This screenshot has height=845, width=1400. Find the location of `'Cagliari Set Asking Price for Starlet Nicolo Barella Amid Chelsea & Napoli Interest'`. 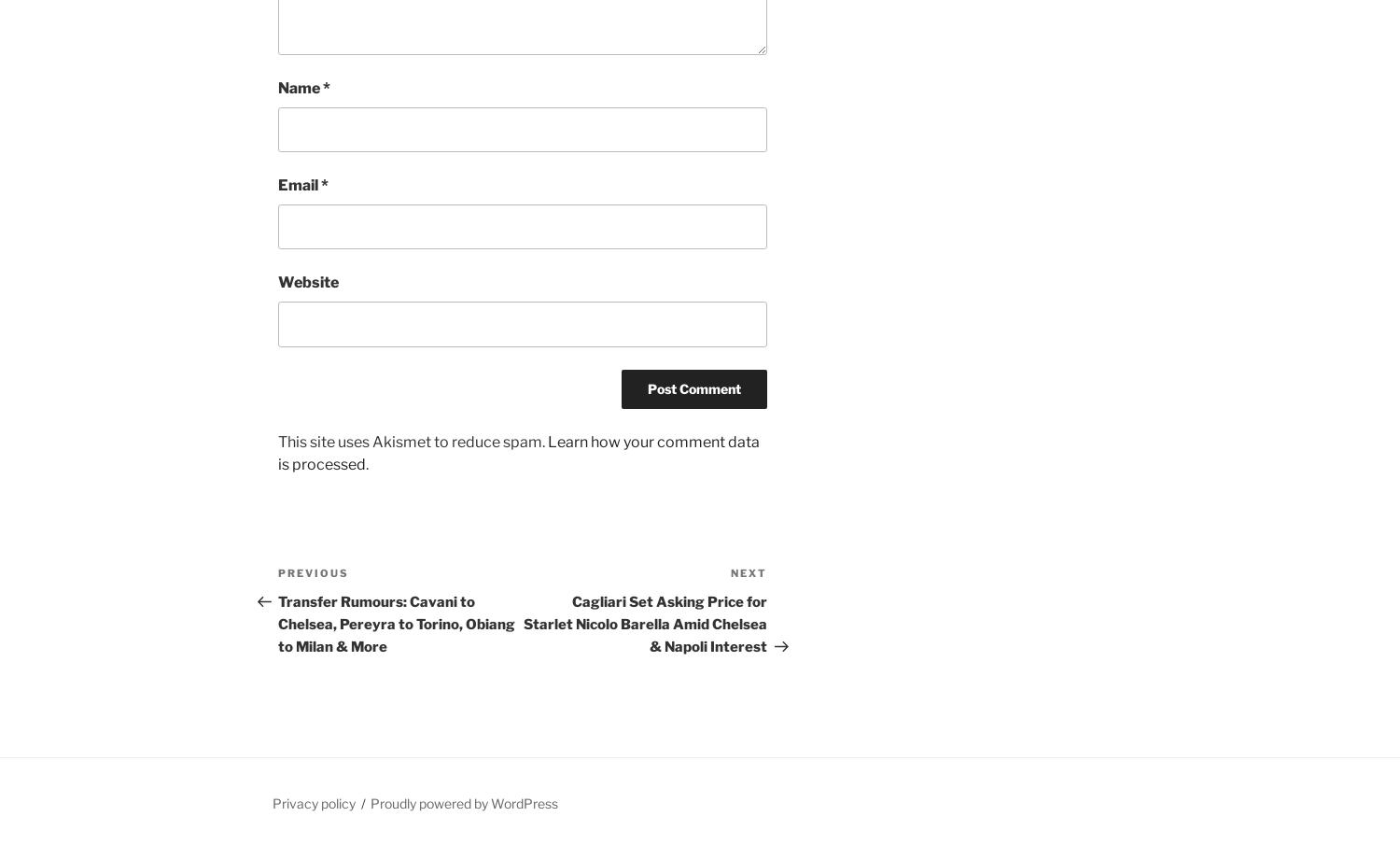

'Cagliari Set Asking Price for Starlet Nicolo Barella Amid Chelsea & Napoli Interest' is located at coordinates (644, 624).